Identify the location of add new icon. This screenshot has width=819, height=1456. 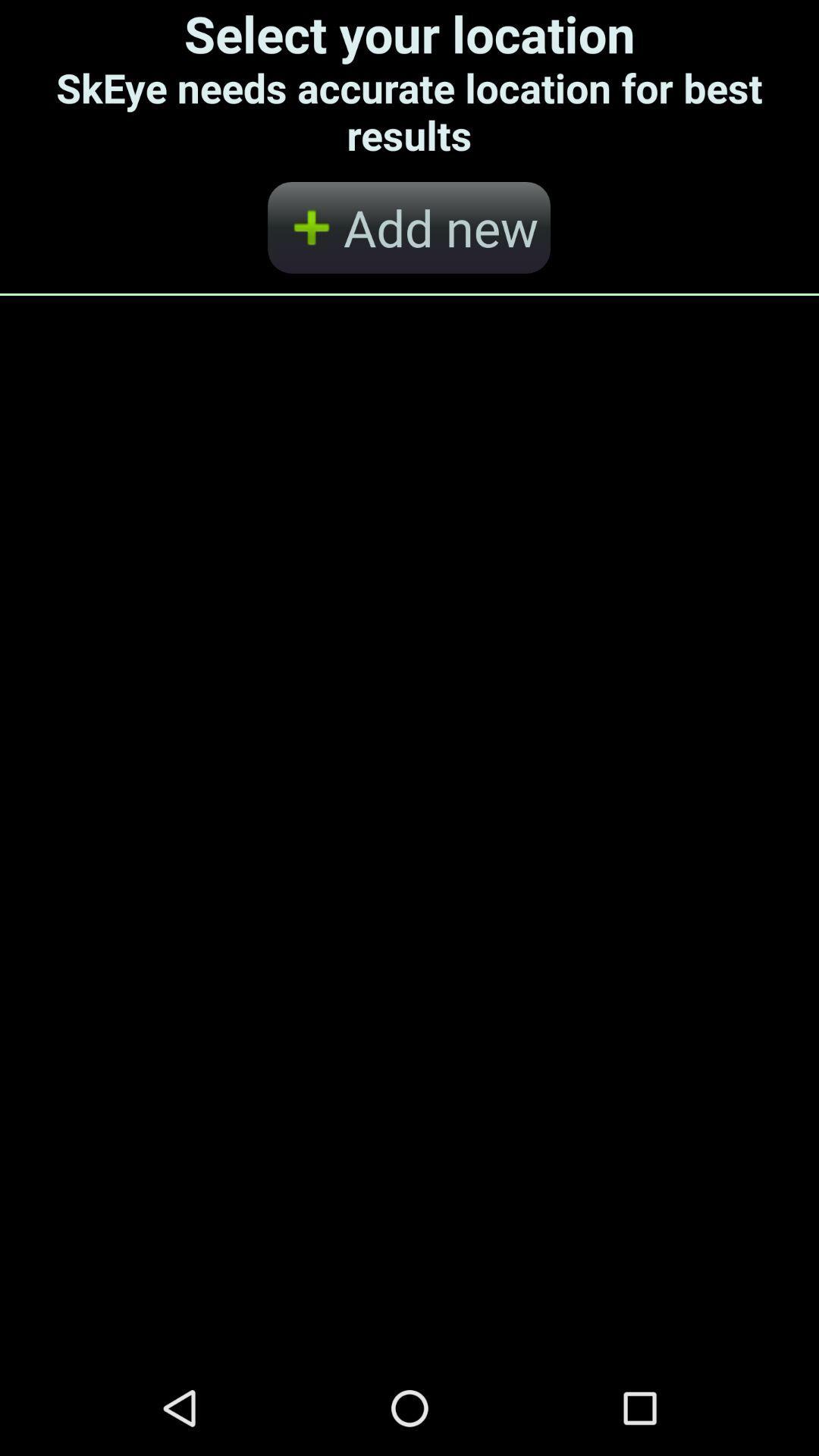
(408, 227).